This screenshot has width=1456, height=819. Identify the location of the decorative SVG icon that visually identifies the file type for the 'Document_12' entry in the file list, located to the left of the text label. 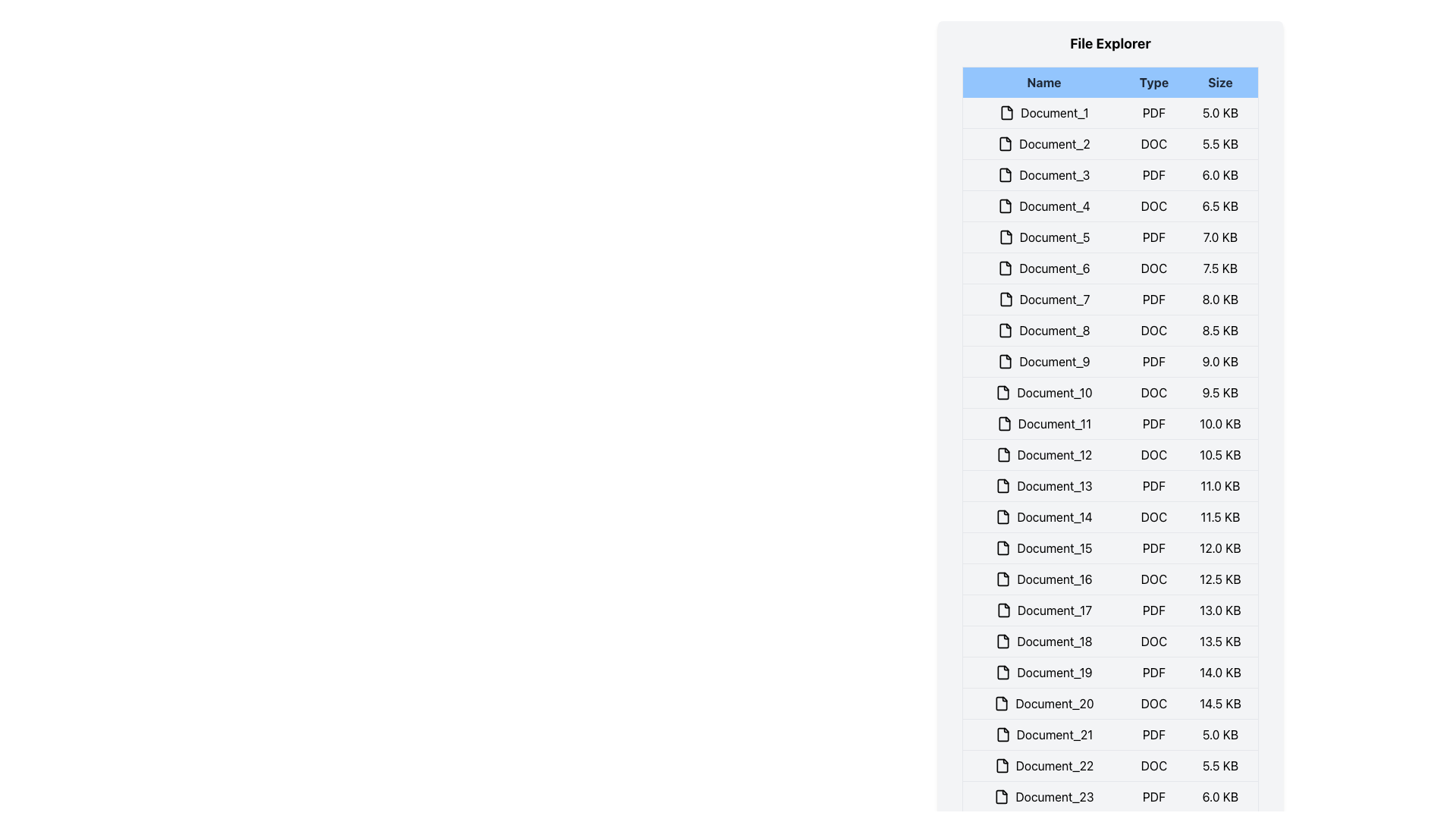
(1003, 454).